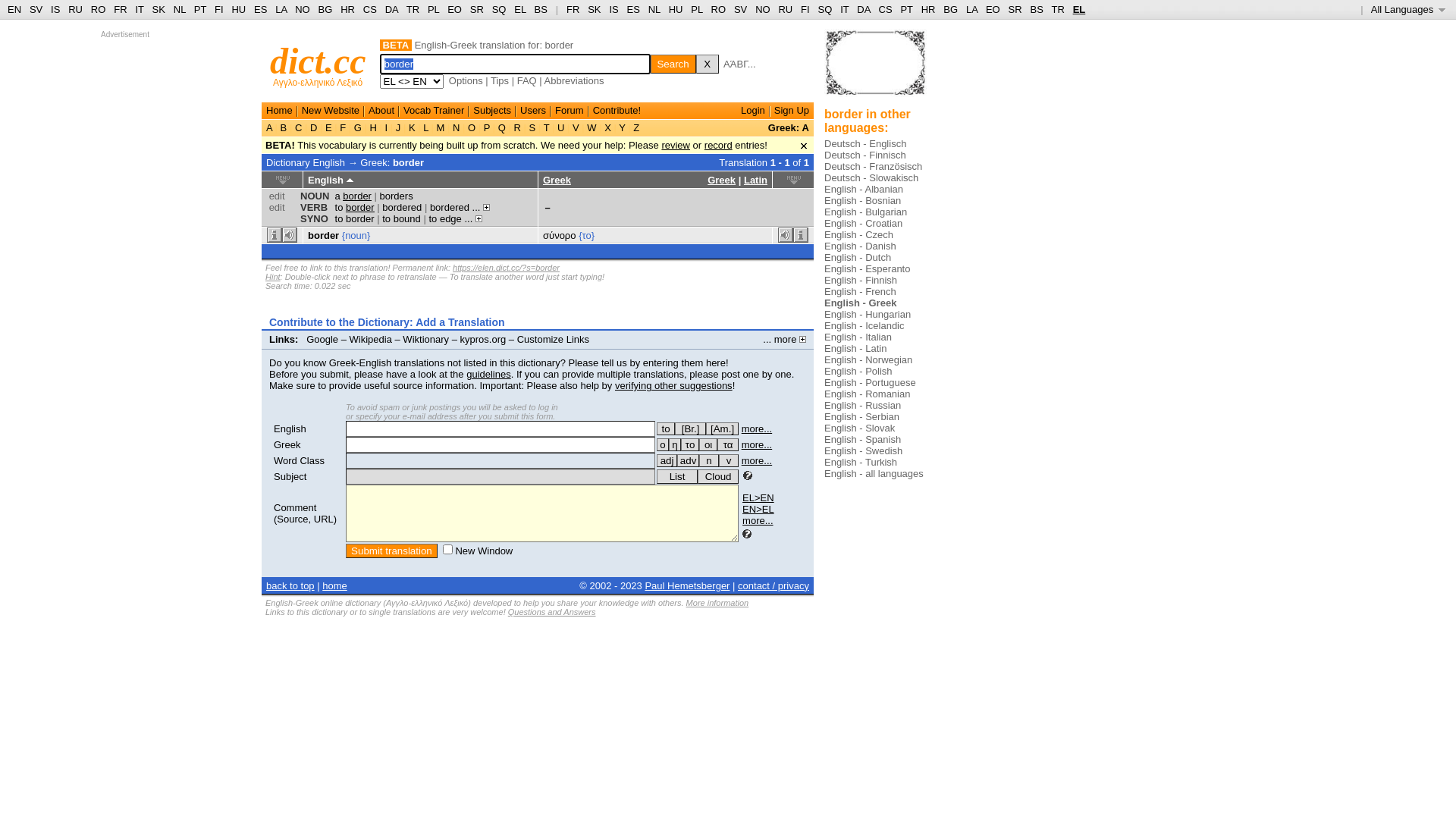 Image resolution: width=1456 pixels, height=819 pixels. I want to click on 'Submit translation', so click(391, 551).